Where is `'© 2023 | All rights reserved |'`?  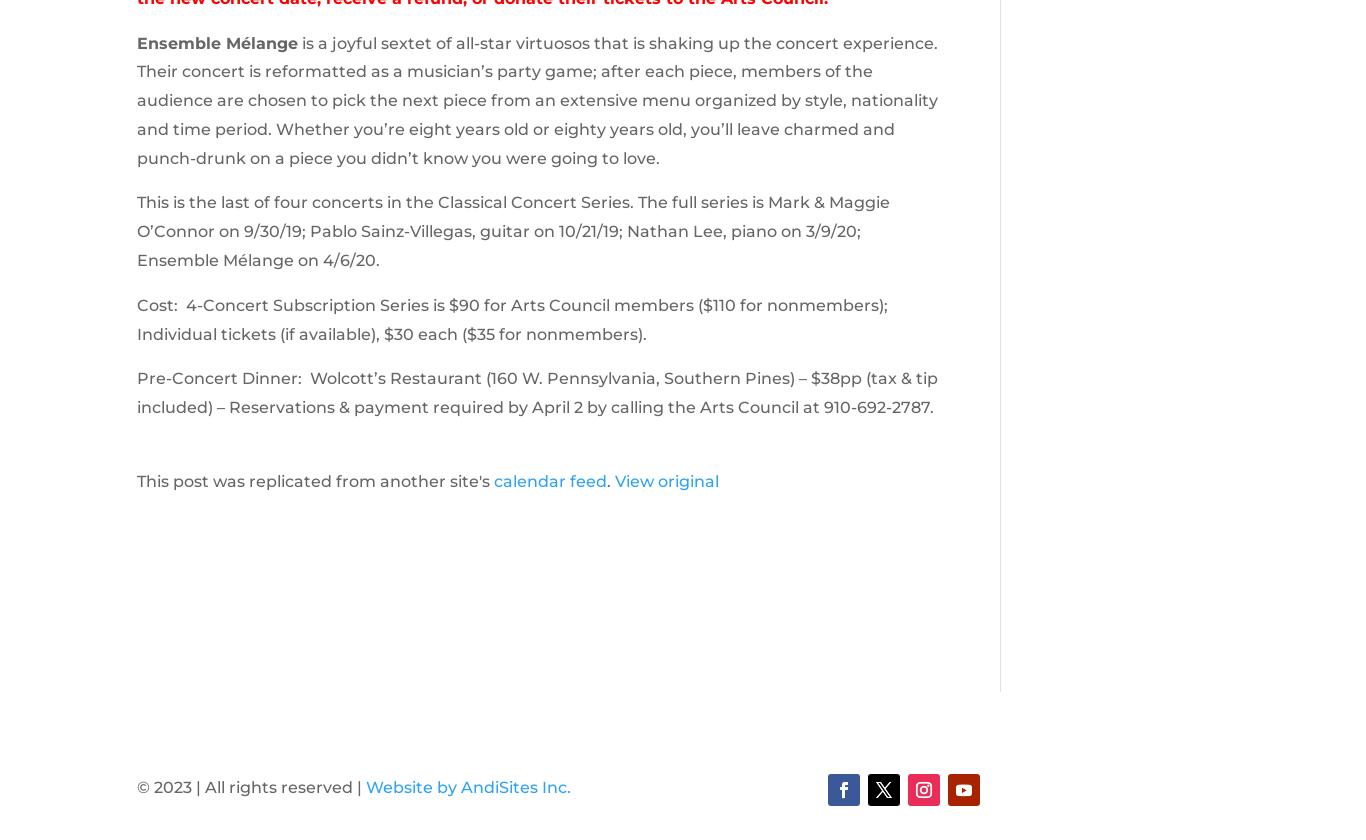 '© 2023 | All rights reserved |' is located at coordinates (250, 786).